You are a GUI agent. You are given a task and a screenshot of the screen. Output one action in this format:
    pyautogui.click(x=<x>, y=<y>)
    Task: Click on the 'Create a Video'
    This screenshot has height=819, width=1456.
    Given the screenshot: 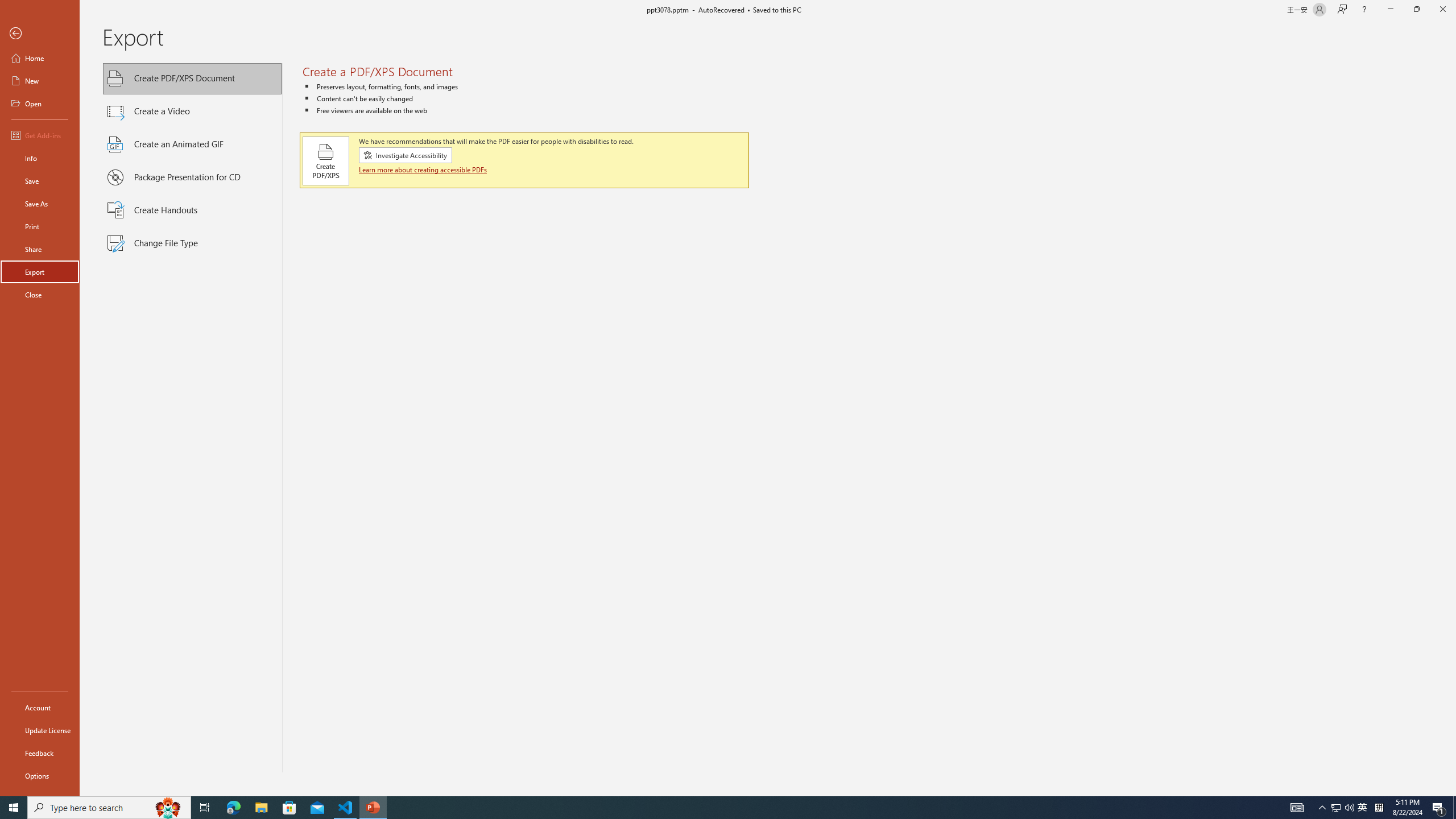 What is the action you would take?
    pyautogui.click(x=192, y=111)
    